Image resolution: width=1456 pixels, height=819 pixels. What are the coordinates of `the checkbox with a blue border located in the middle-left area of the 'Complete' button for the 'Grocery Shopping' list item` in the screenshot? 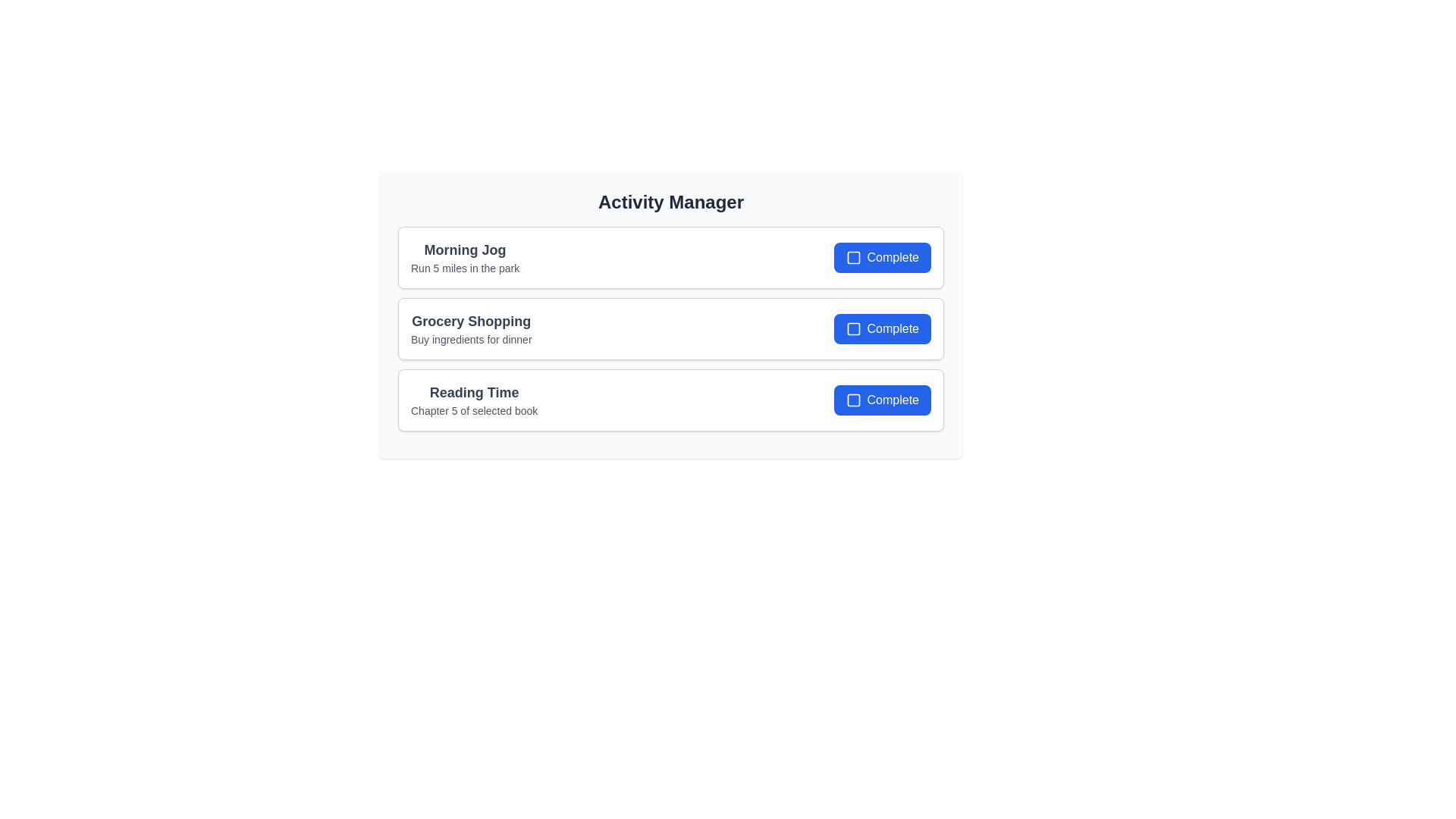 It's located at (853, 328).